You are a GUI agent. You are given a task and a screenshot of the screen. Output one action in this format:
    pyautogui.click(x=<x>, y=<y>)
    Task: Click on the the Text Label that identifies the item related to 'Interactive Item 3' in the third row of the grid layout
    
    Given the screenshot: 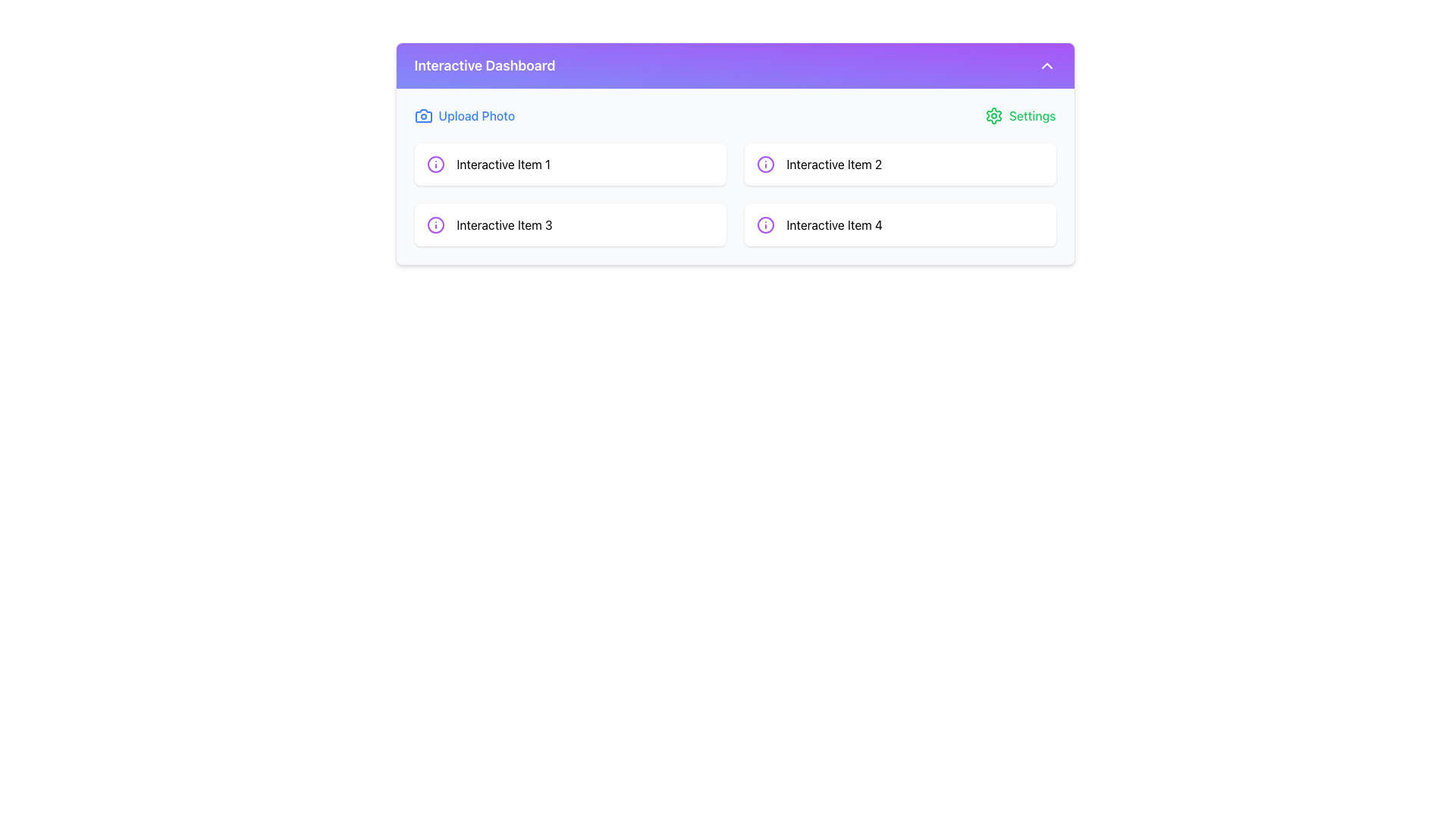 What is the action you would take?
    pyautogui.click(x=504, y=225)
    